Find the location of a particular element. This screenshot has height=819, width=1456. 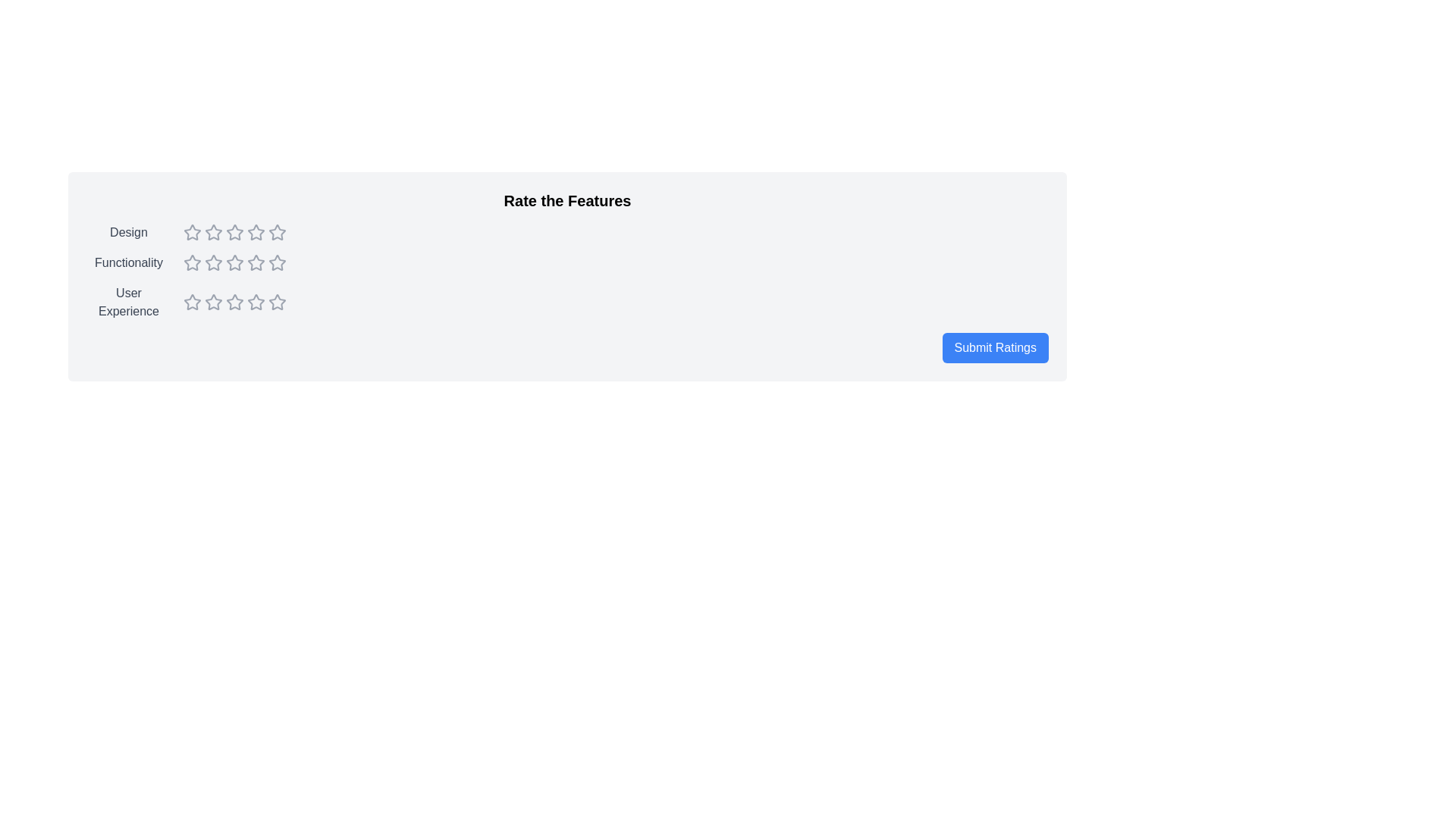

the third star icon in the row of five icons for the 'User Experience' rating category is located at coordinates (213, 302).